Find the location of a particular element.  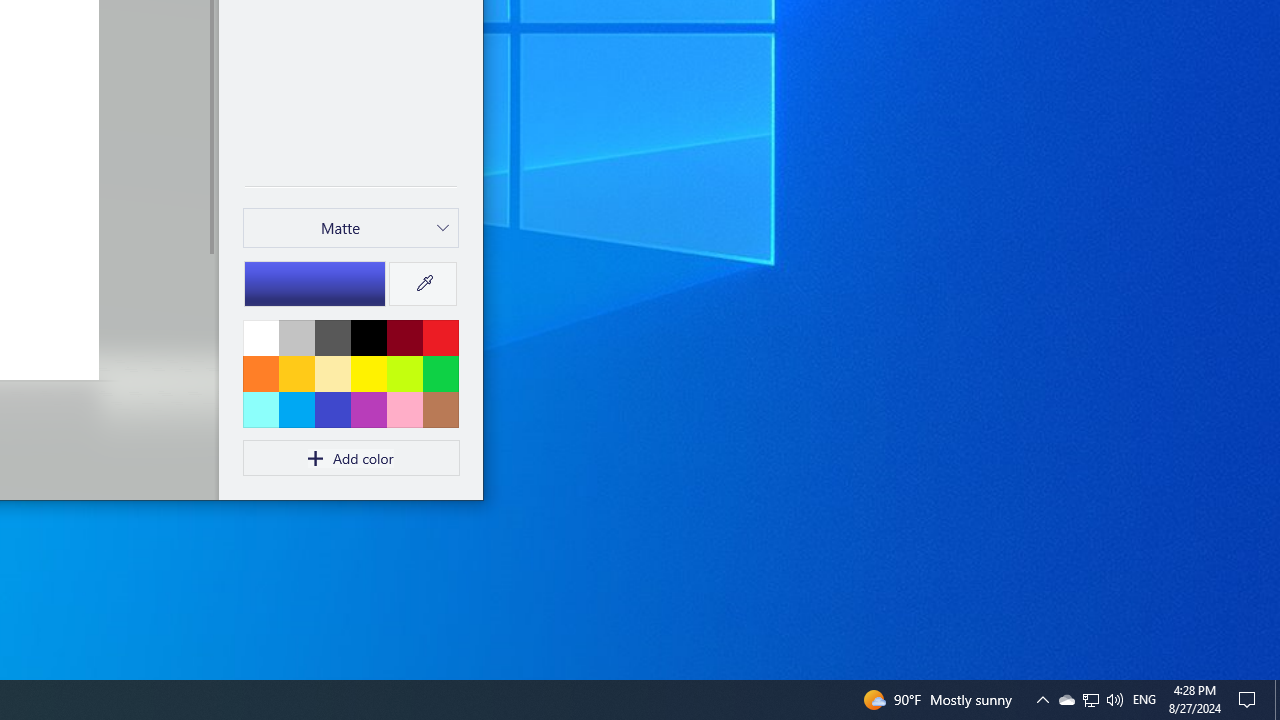

'Eyedropper' is located at coordinates (422, 284).